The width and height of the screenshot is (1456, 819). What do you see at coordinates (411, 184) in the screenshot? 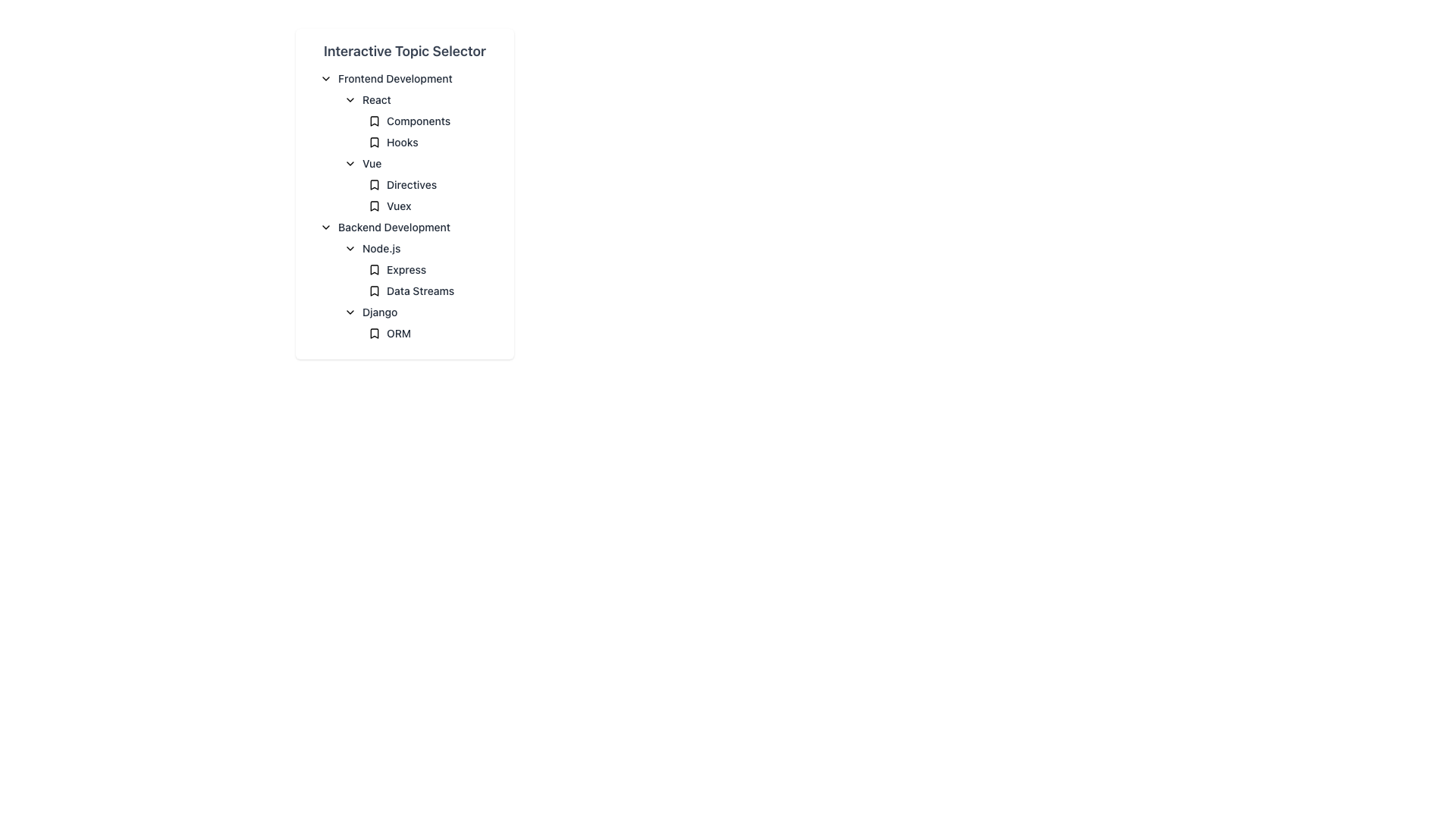
I see `the 'Directives' label, which is displayed in gray font and is located to the right of a small bookmark icon in the expandable tree menu under the 'Vue' section` at bounding box center [411, 184].